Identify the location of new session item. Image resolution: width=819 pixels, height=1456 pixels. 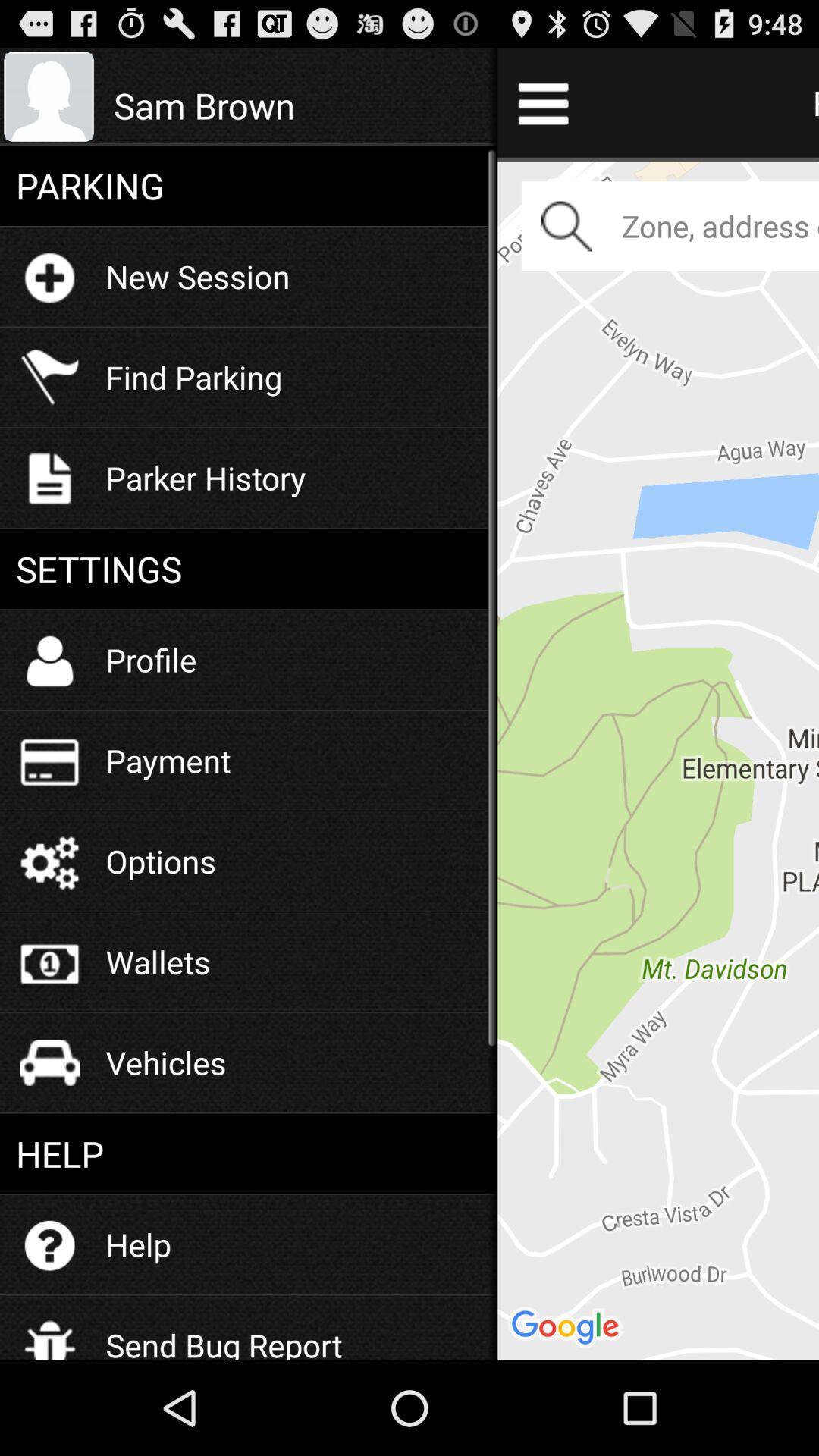
(197, 276).